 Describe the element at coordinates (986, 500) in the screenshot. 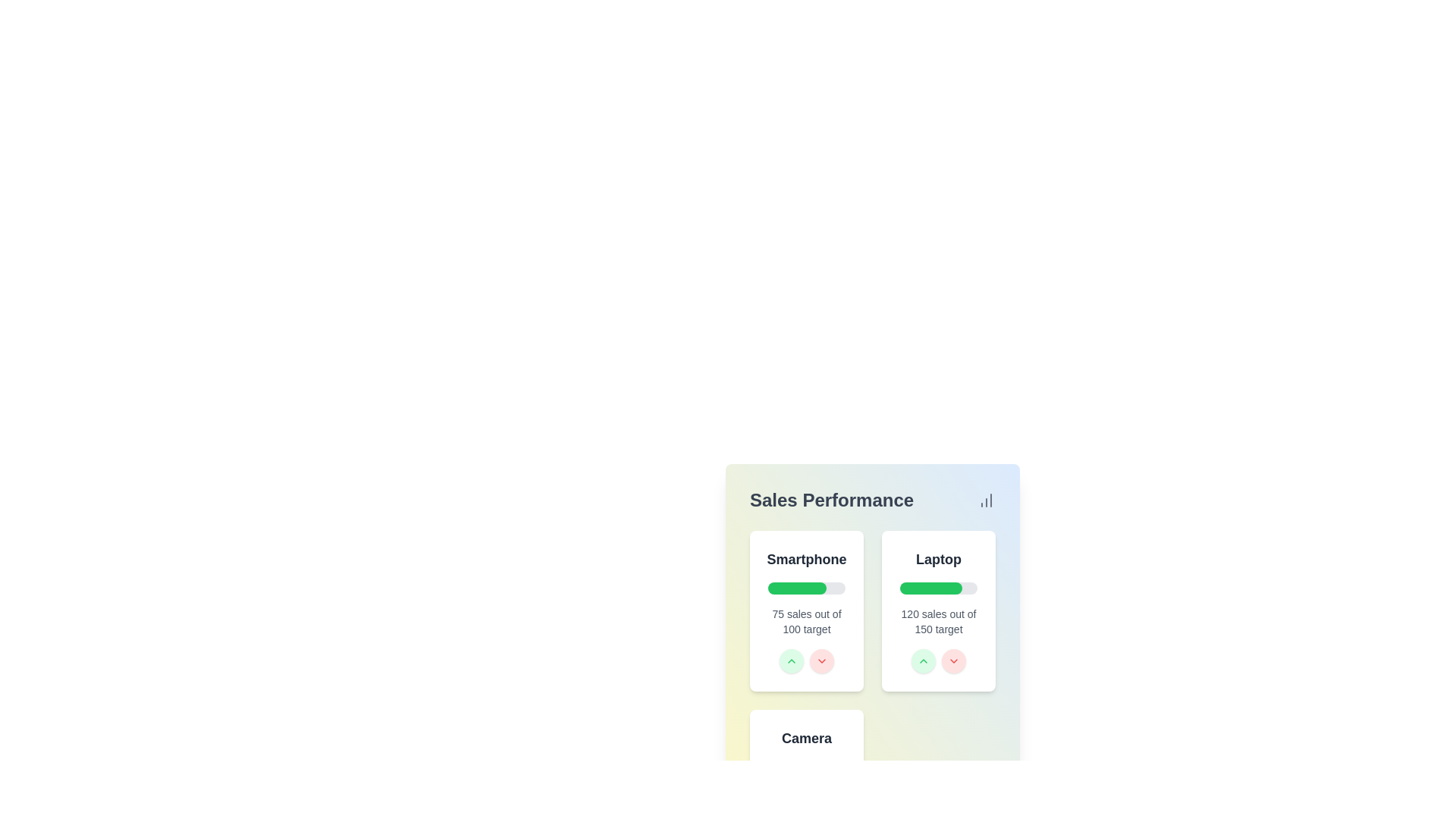

I see `the gray bar chart icon` at that location.